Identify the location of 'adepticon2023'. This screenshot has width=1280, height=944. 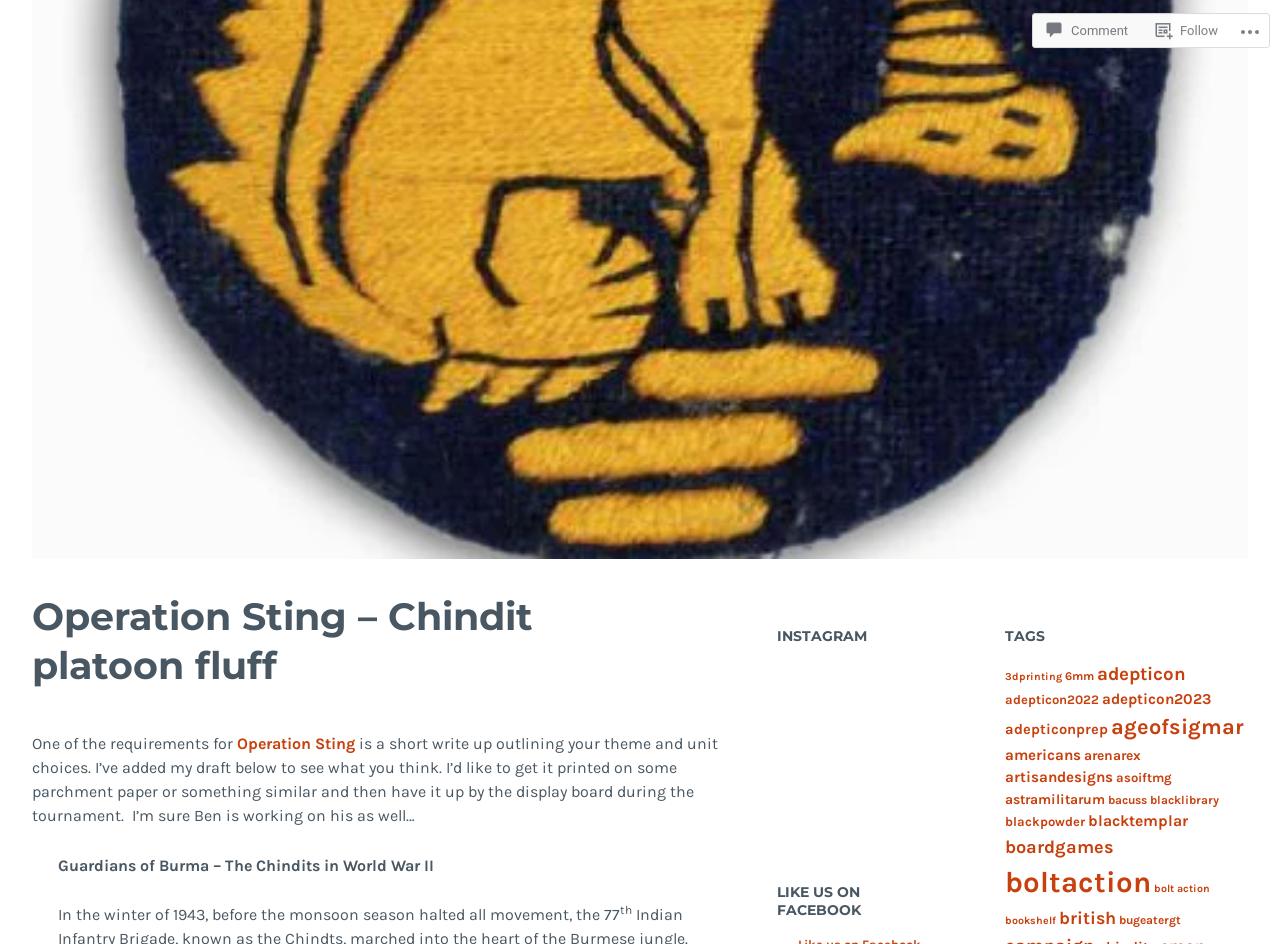
(1155, 698).